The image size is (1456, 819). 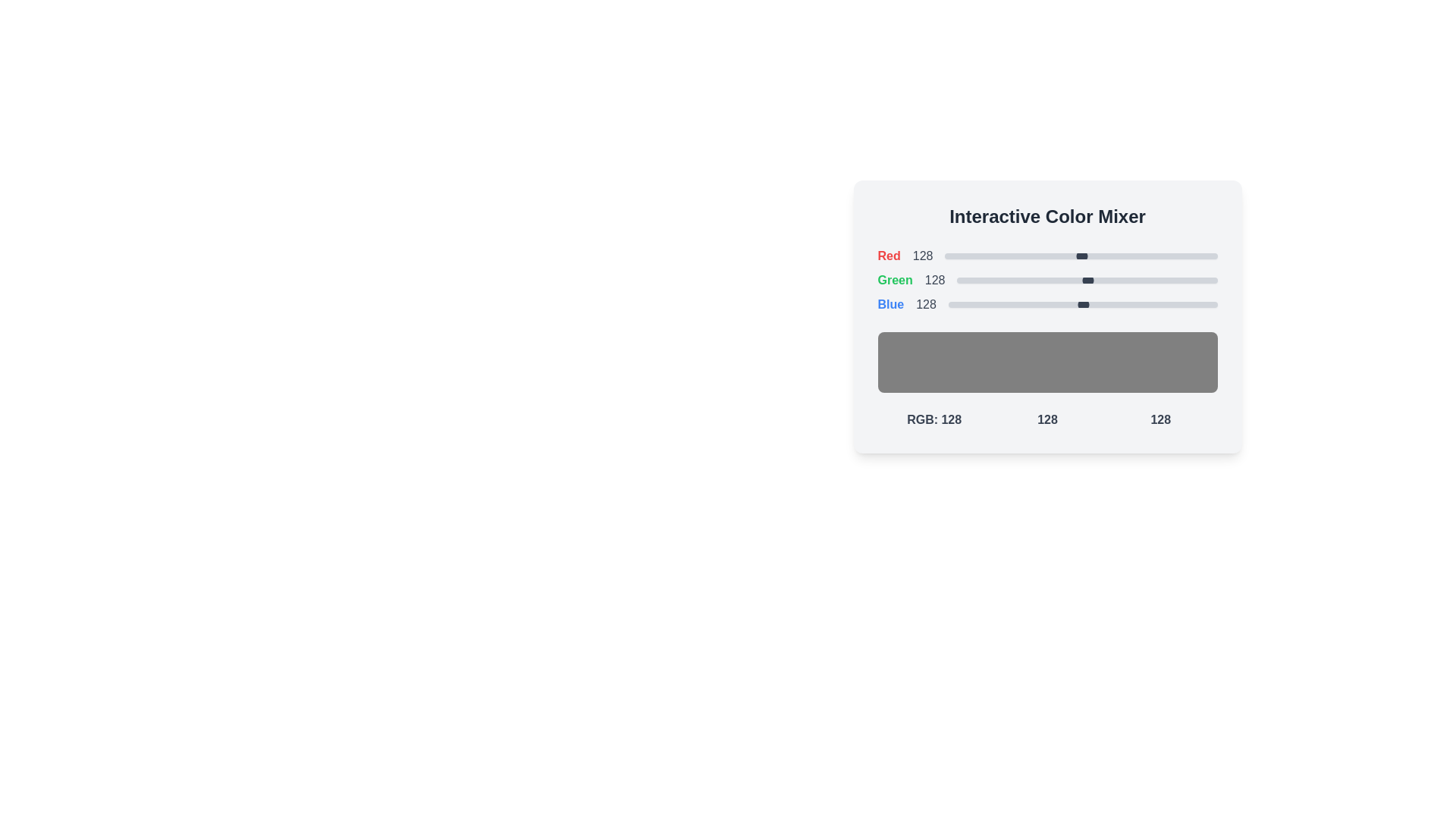 What do you see at coordinates (889, 256) in the screenshot?
I see `the 'Red' label that indicates the control for the 'Red' value in the RGB color mixer interface` at bounding box center [889, 256].